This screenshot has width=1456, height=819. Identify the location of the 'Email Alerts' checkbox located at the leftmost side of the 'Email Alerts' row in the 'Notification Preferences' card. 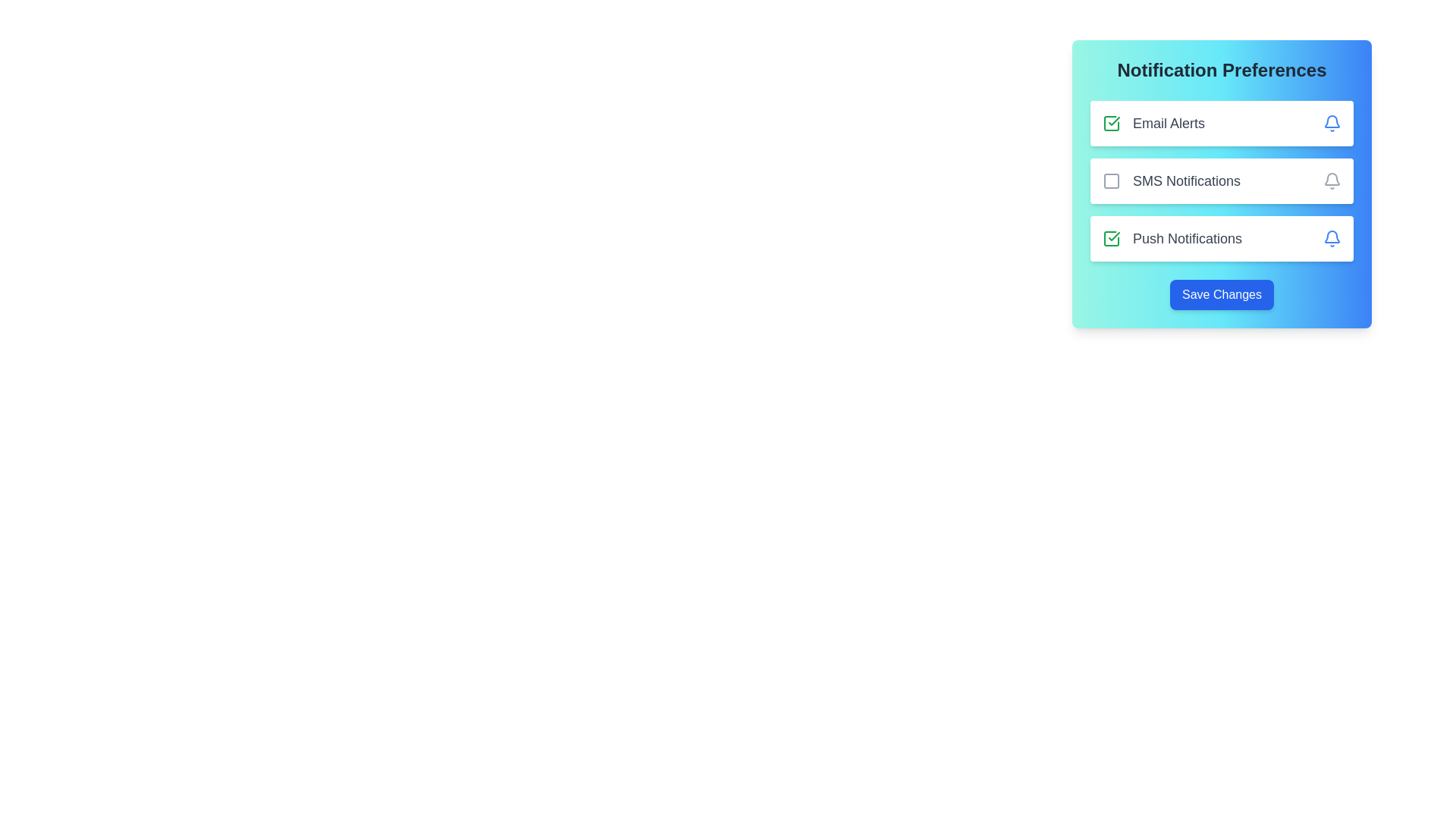
(1111, 122).